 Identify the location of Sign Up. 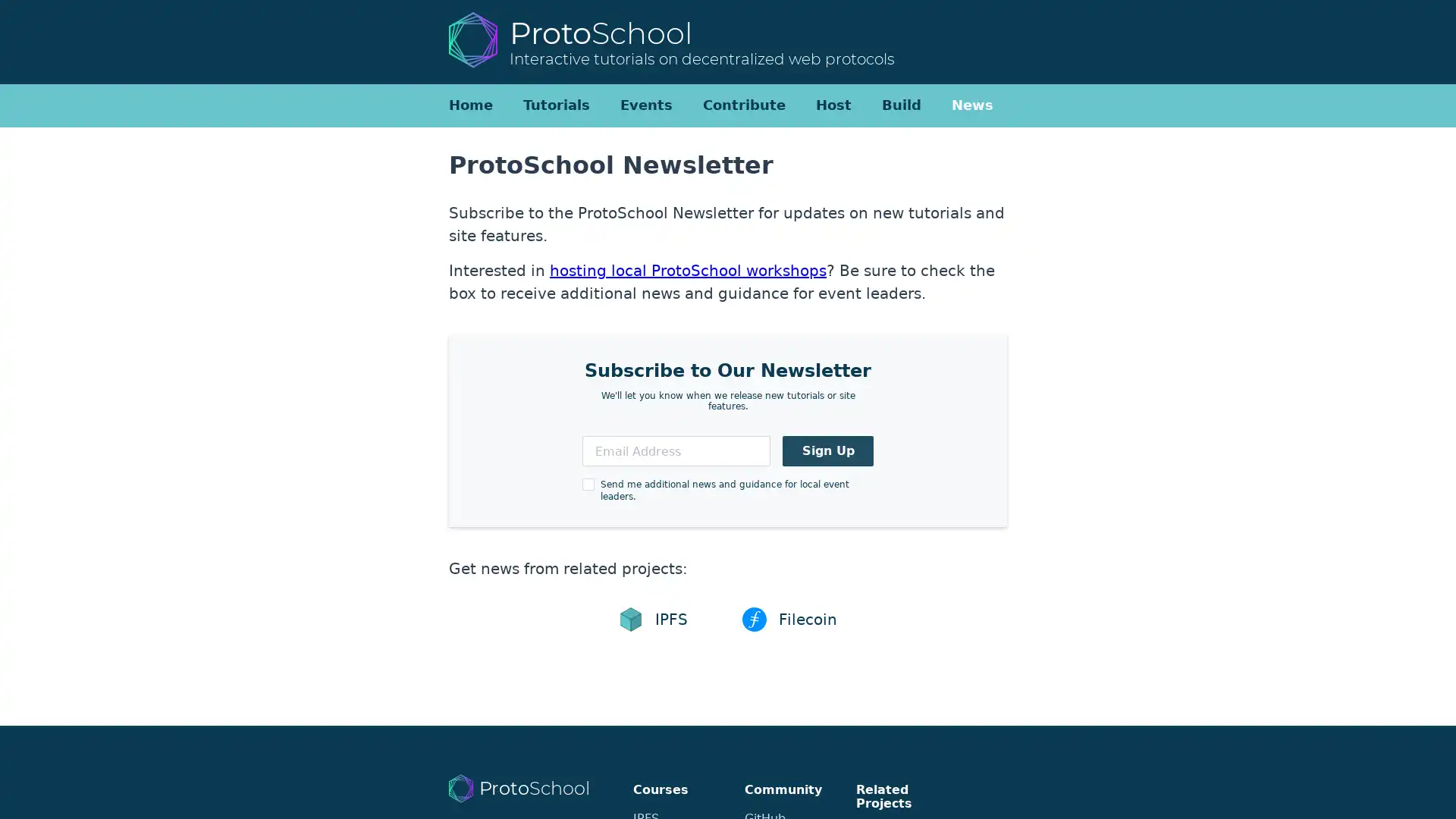
(827, 450).